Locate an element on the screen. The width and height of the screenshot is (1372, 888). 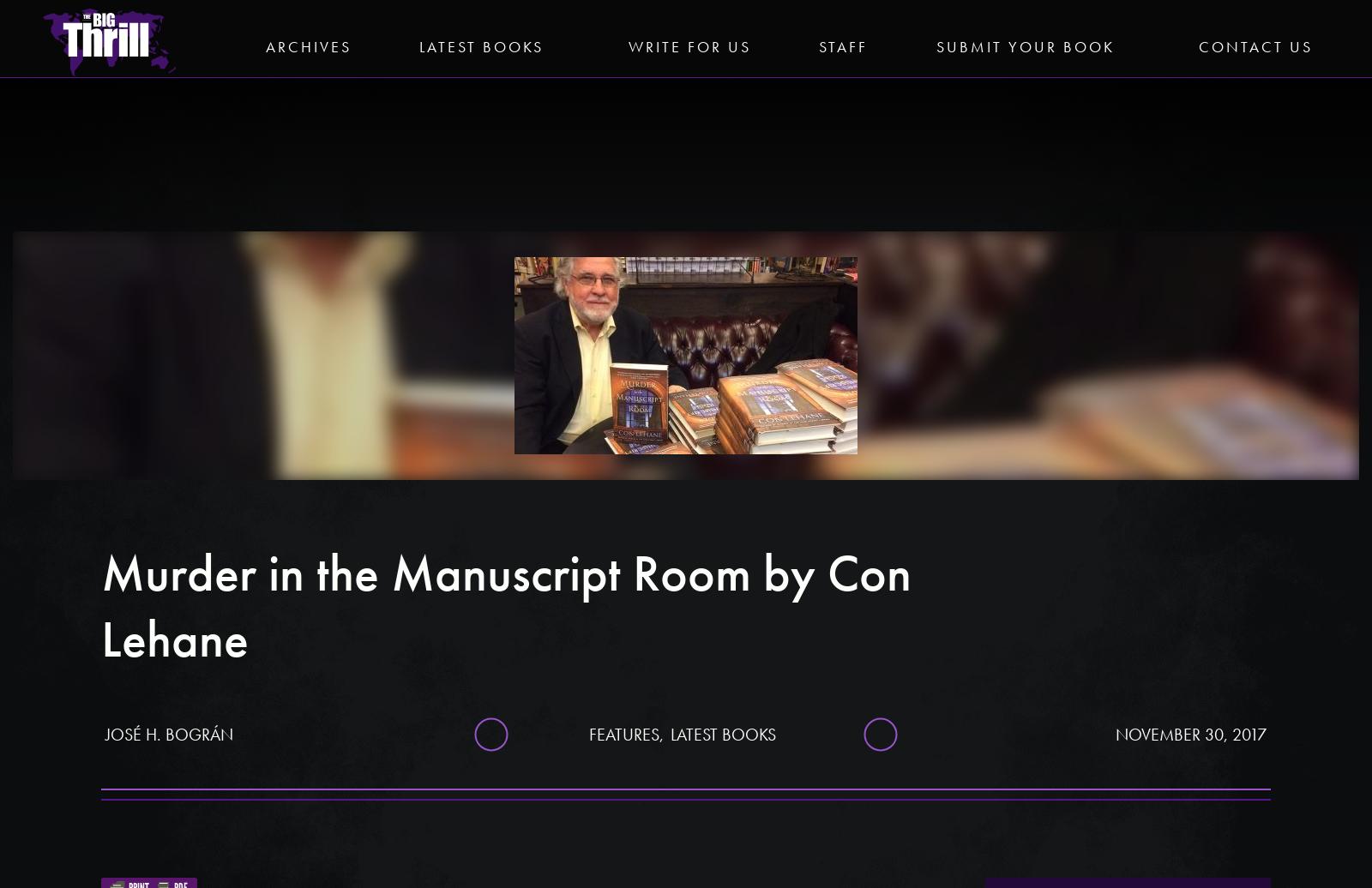
'J.T. Patten' is located at coordinates (1127, 267).